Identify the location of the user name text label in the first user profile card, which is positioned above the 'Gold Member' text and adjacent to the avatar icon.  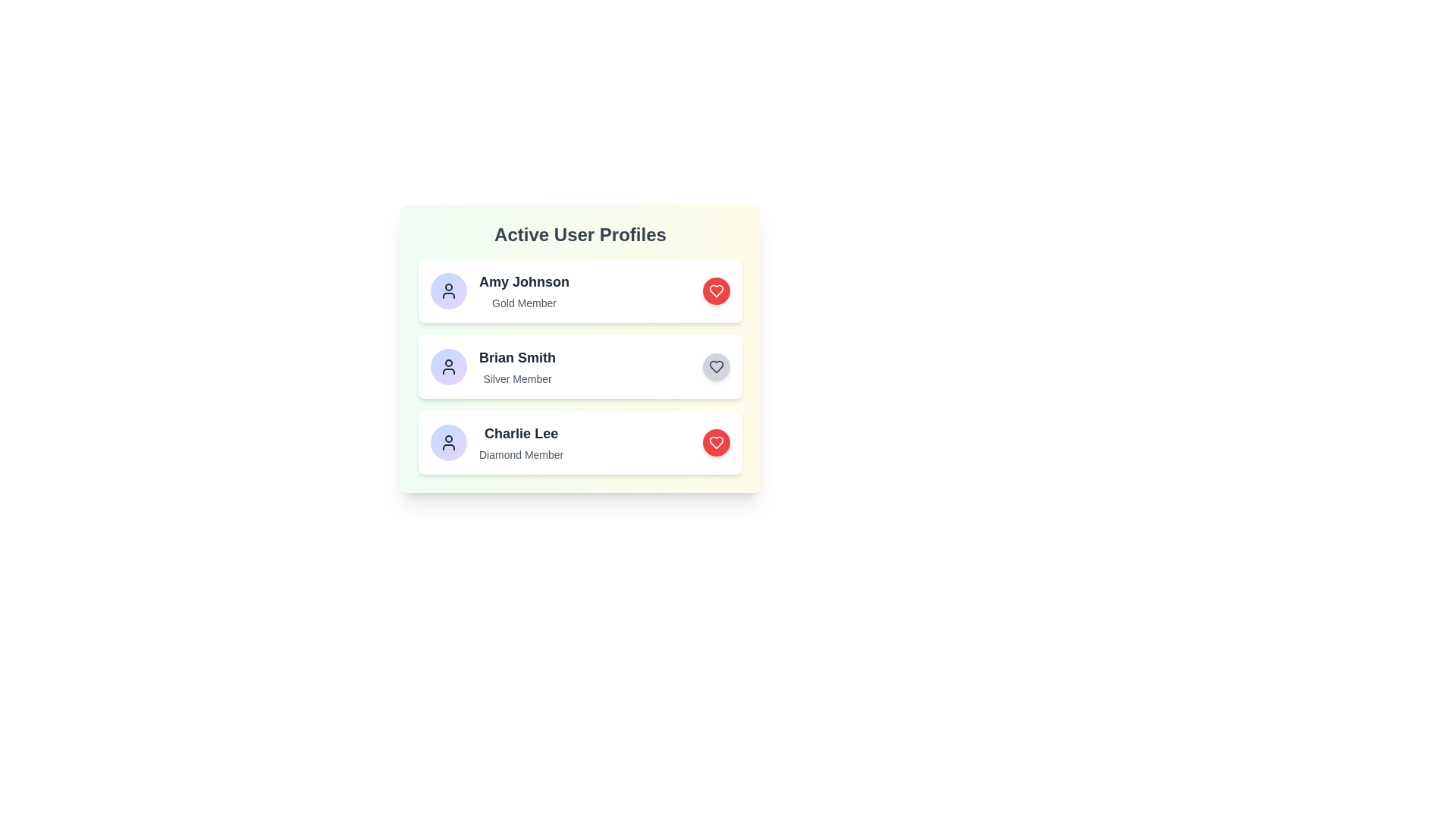
(524, 281).